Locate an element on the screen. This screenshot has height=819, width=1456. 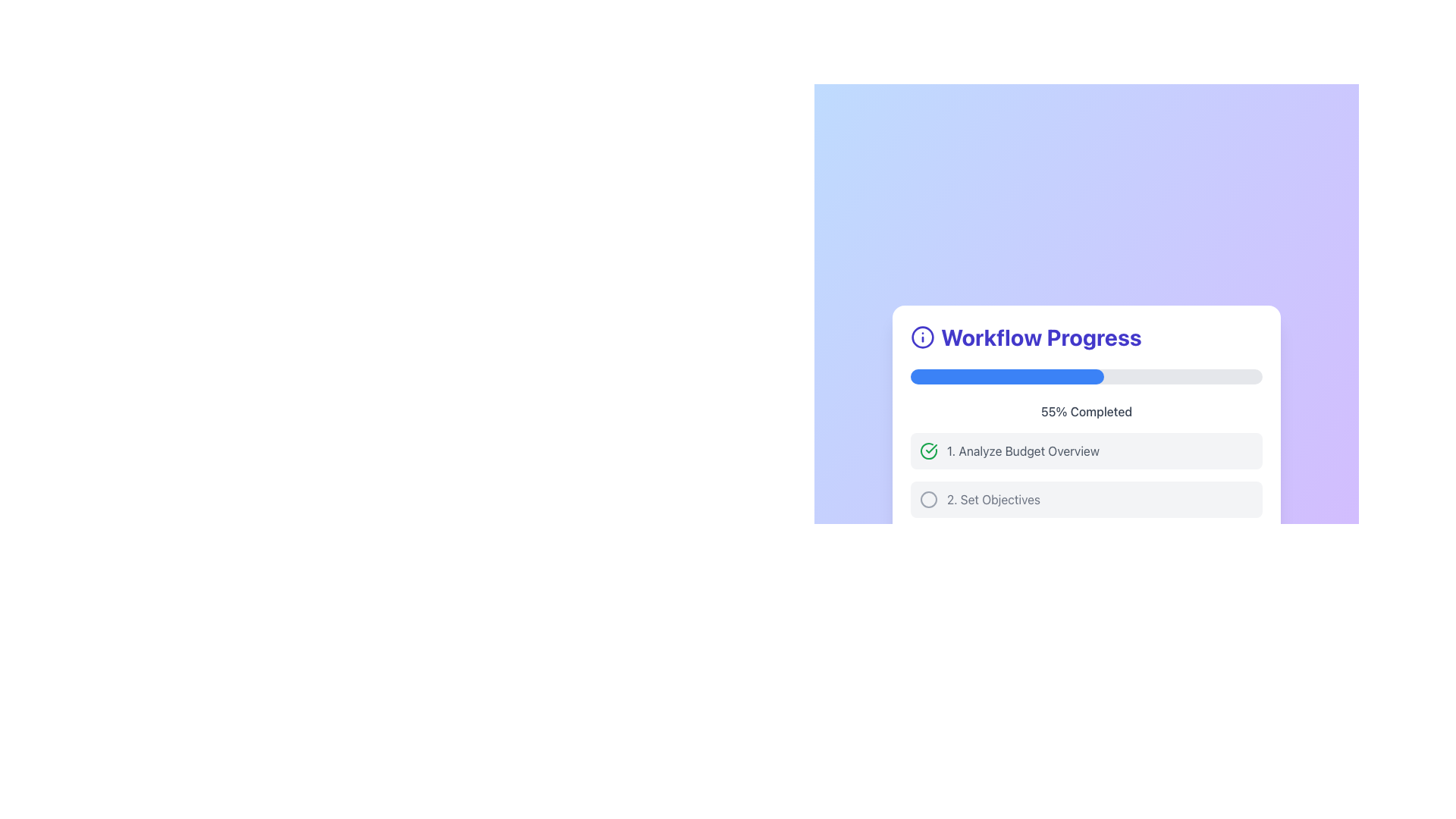
the circular icon styled as an empty circle with a thin gray outline, which represents the task progress marker for '2. Set Objectives' is located at coordinates (927, 500).